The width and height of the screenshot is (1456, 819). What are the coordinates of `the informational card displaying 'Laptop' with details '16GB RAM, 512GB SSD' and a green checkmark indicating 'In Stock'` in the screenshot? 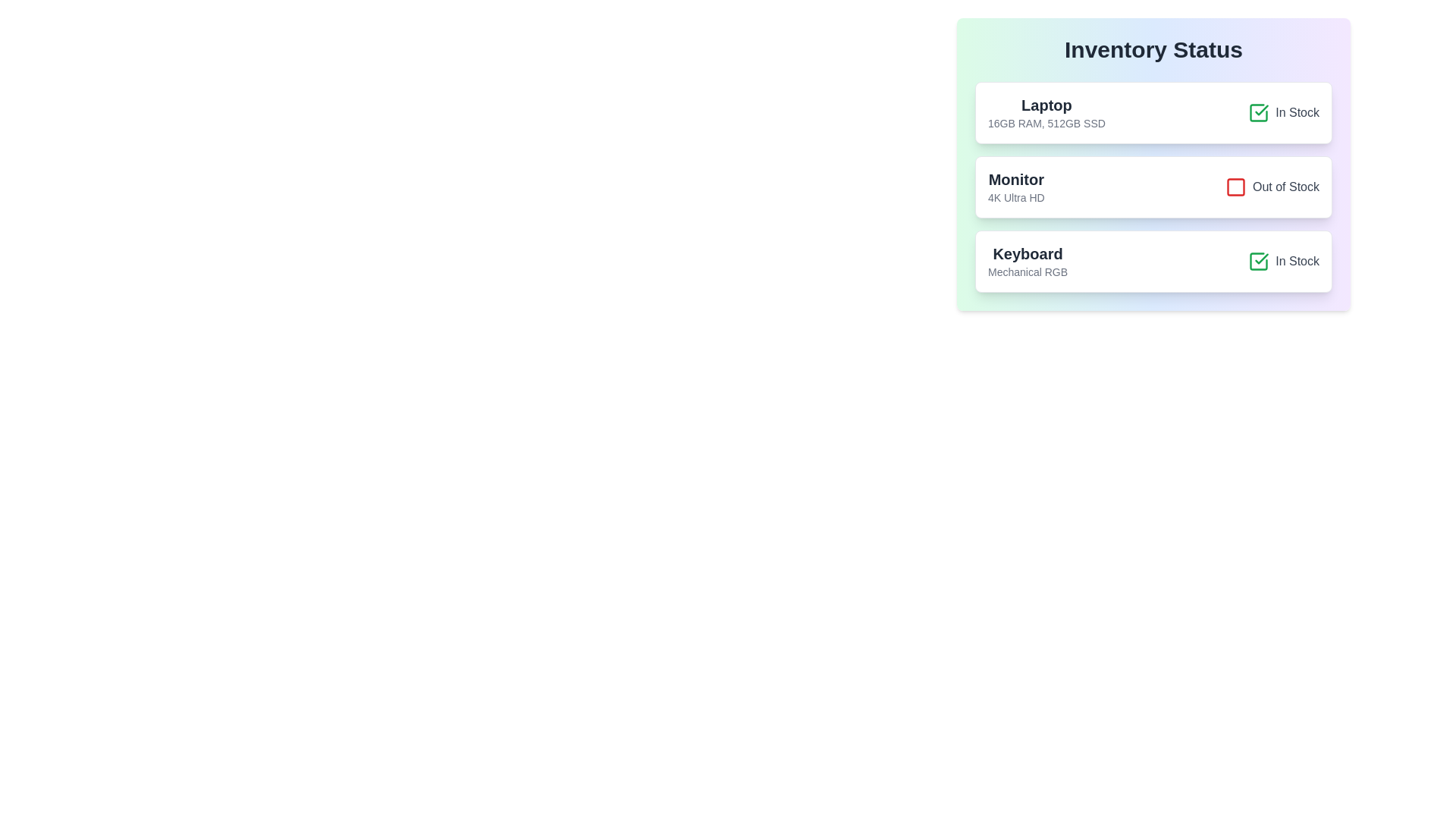 It's located at (1153, 112).